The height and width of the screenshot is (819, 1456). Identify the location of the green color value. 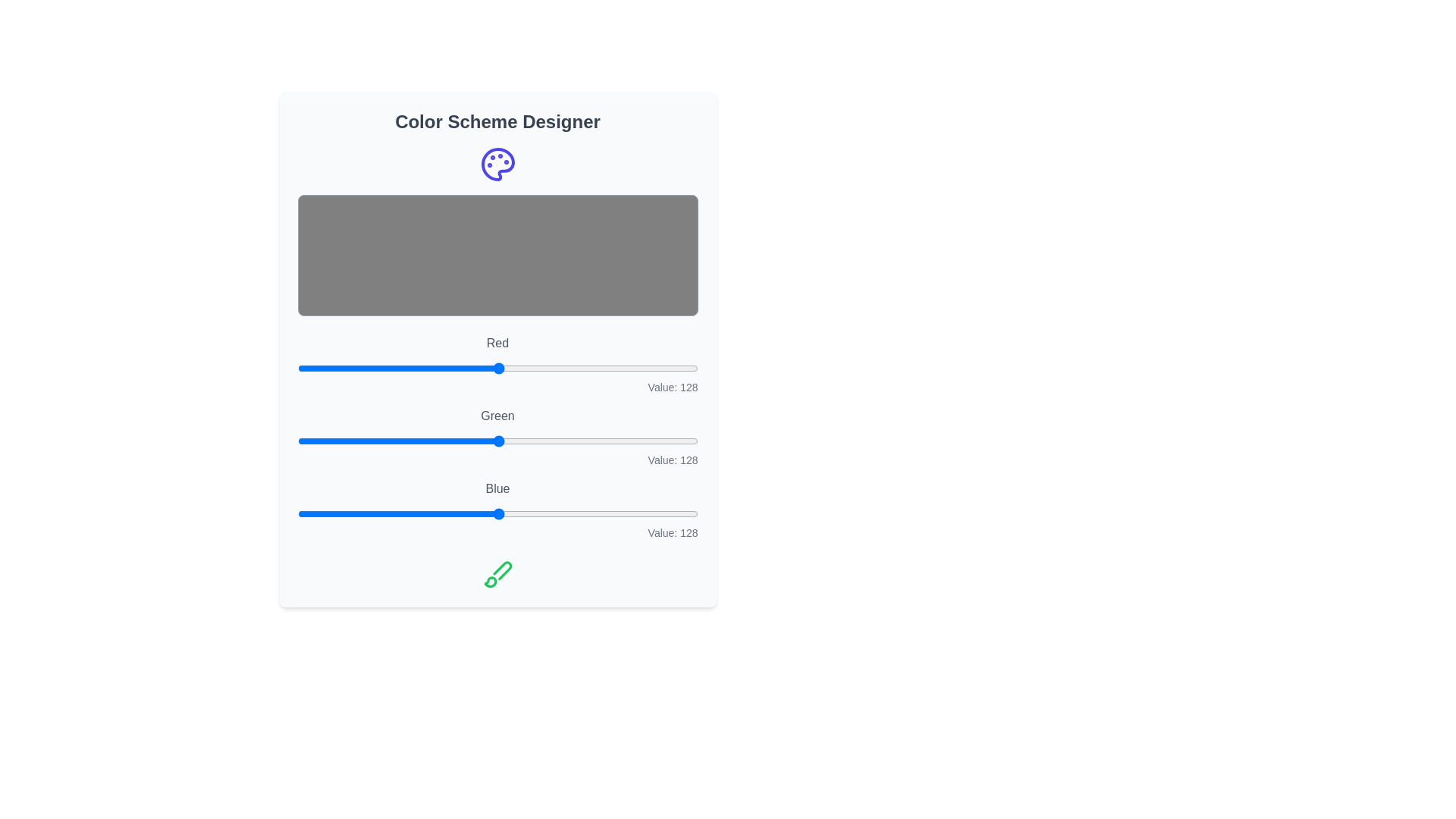
(447, 441).